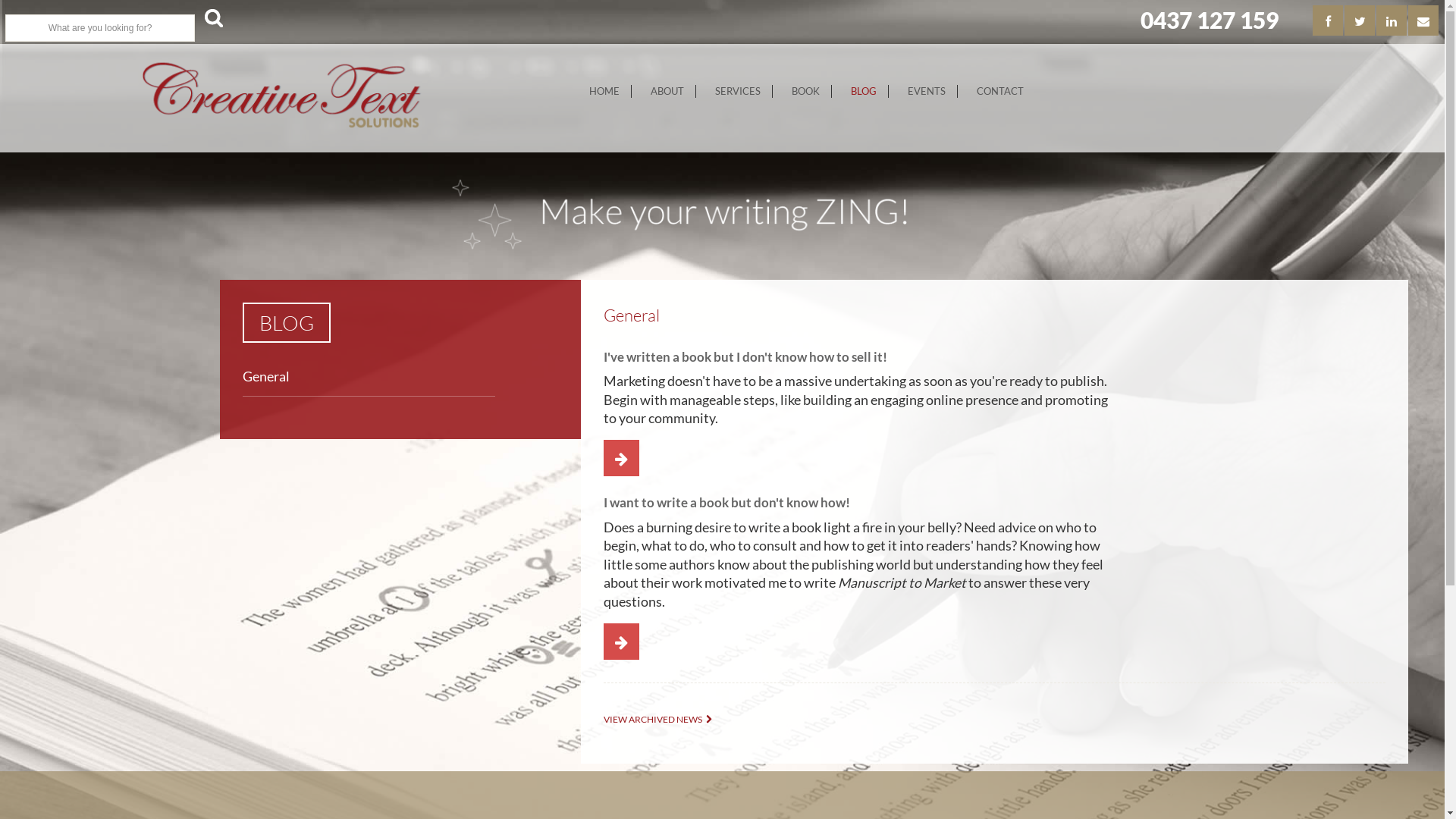 This screenshot has height=819, width=1456. Describe the element at coordinates (896, 91) in the screenshot. I see `'EVENTS'` at that location.